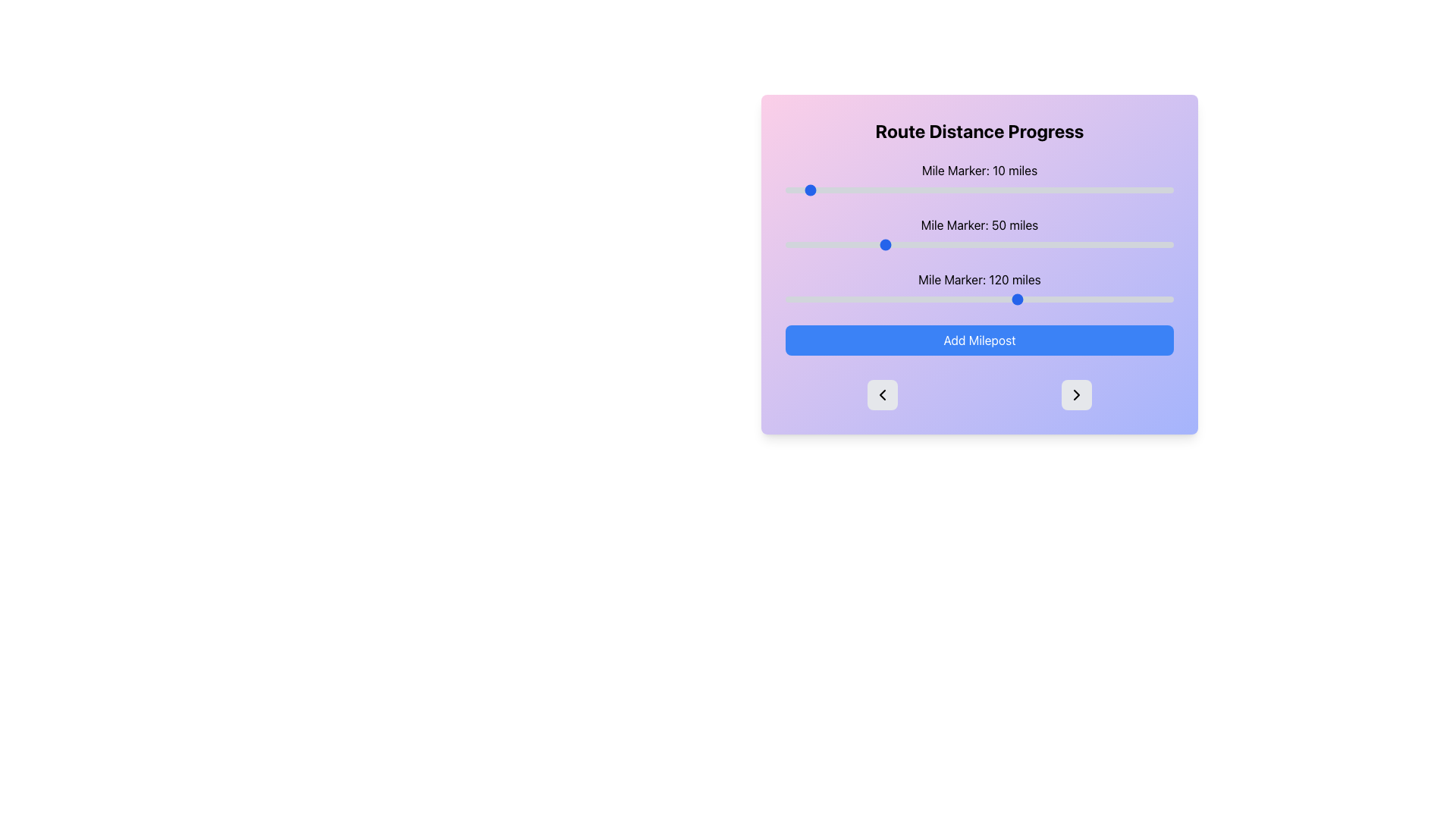  Describe the element at coordinates (979, 234) in the screenshot. I see `the '50 miles' label of the progress bar` at that location.